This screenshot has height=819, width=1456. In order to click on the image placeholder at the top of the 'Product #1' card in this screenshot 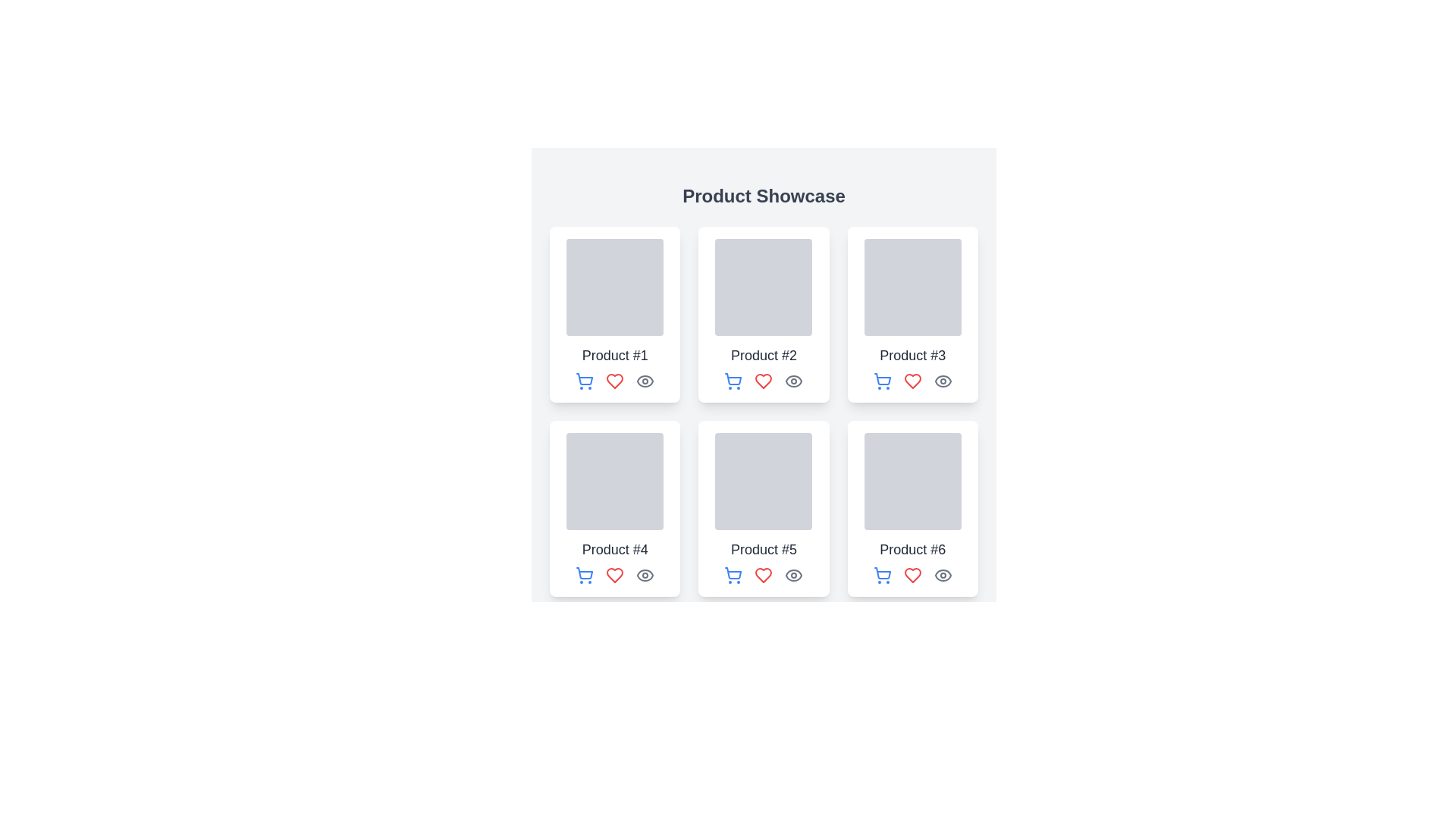, I will do `click(615, 287)`.